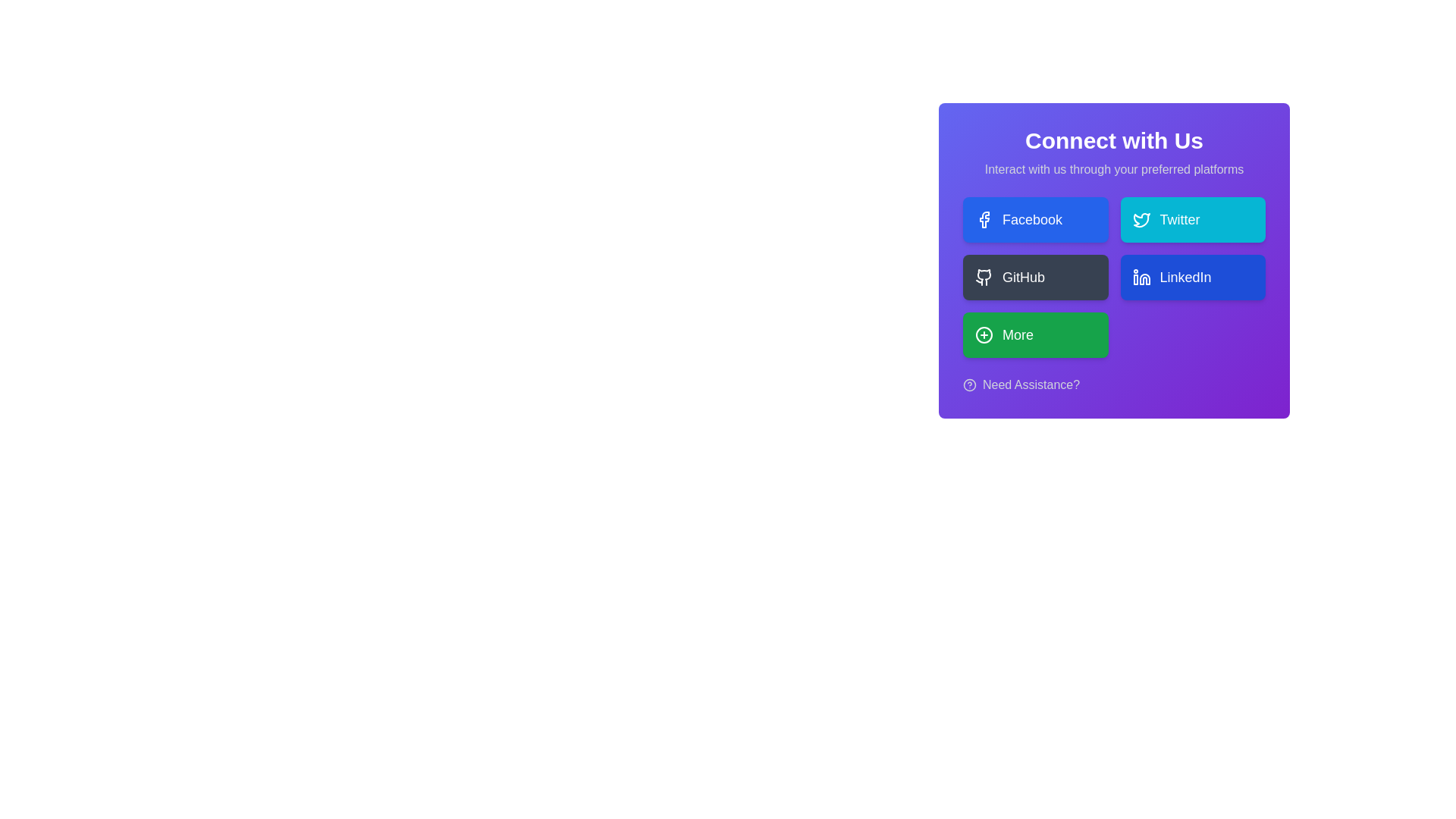 The width and height of the screenshot is (1456, 819). I want to click on the graphical component of the LinkedIn icon, which is positioned centrally within the LinkedIn icon button in the platform selection panel, so click(1135, 280).